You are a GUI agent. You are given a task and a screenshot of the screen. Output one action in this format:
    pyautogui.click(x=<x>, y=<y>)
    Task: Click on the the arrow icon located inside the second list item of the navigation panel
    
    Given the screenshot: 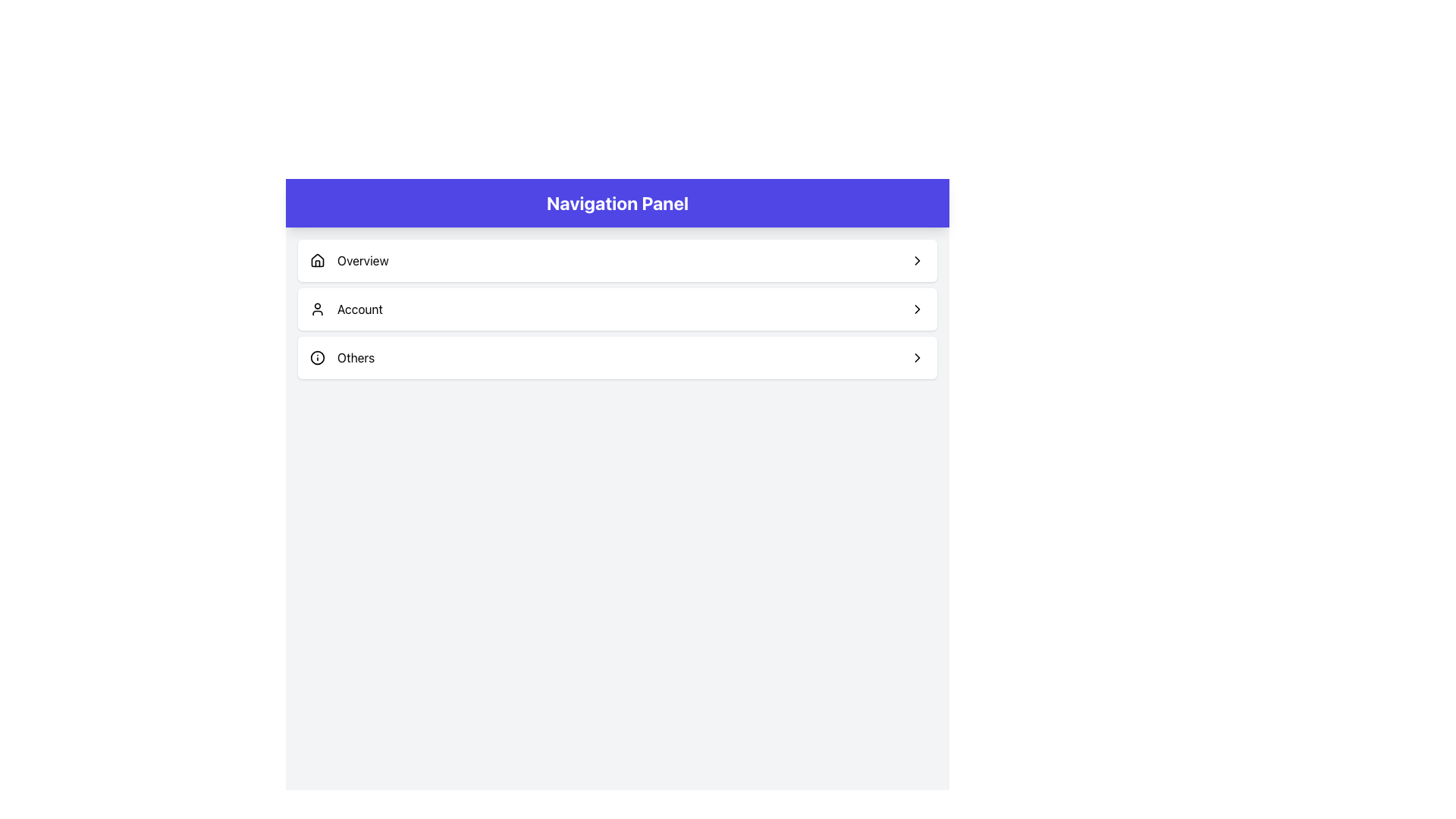 What is the action you would take?
    pyautogui.click(x=916, y=309)
    